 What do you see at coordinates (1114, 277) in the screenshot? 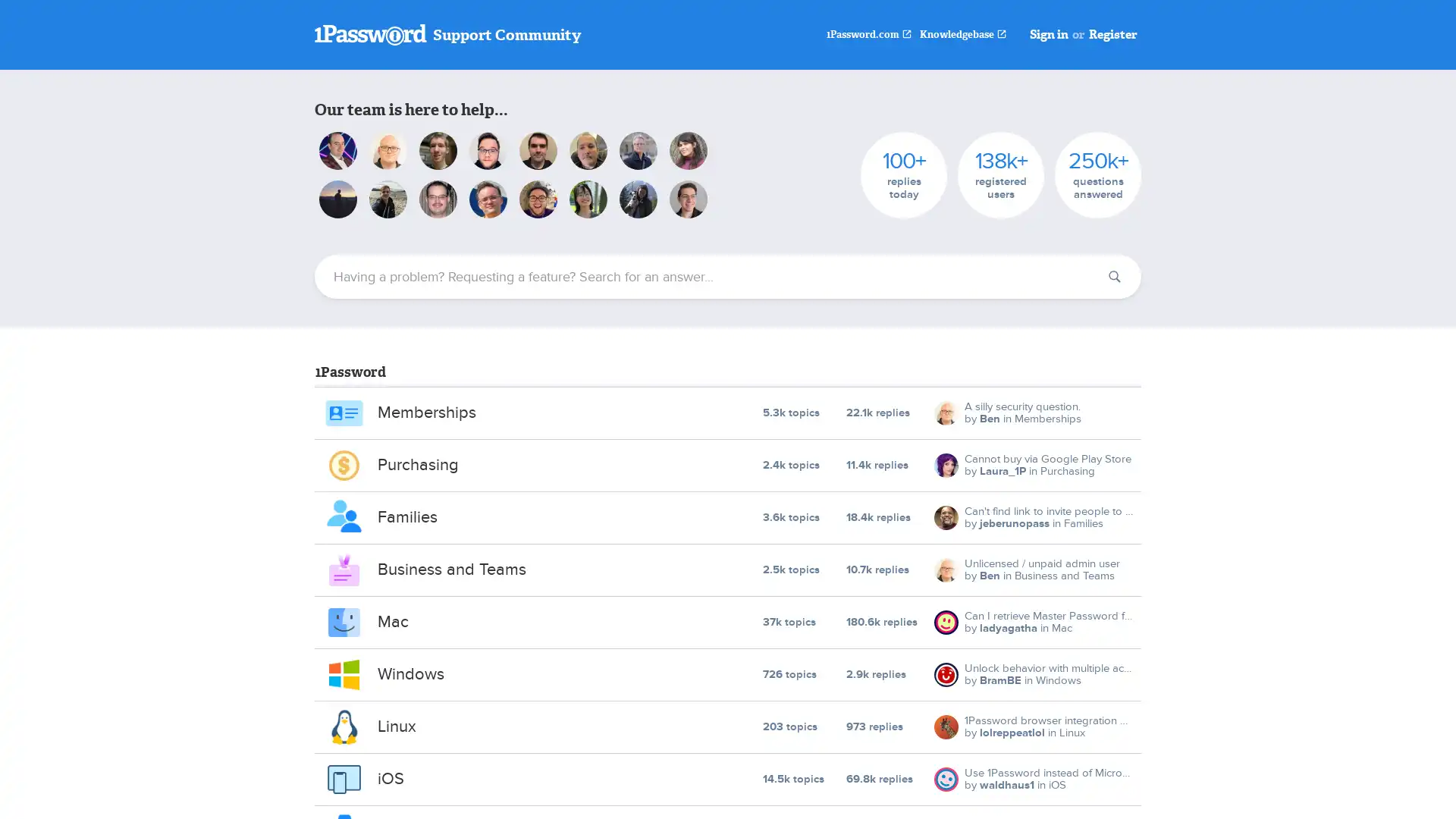
I see `Go` at bounding box center [1114, 277].